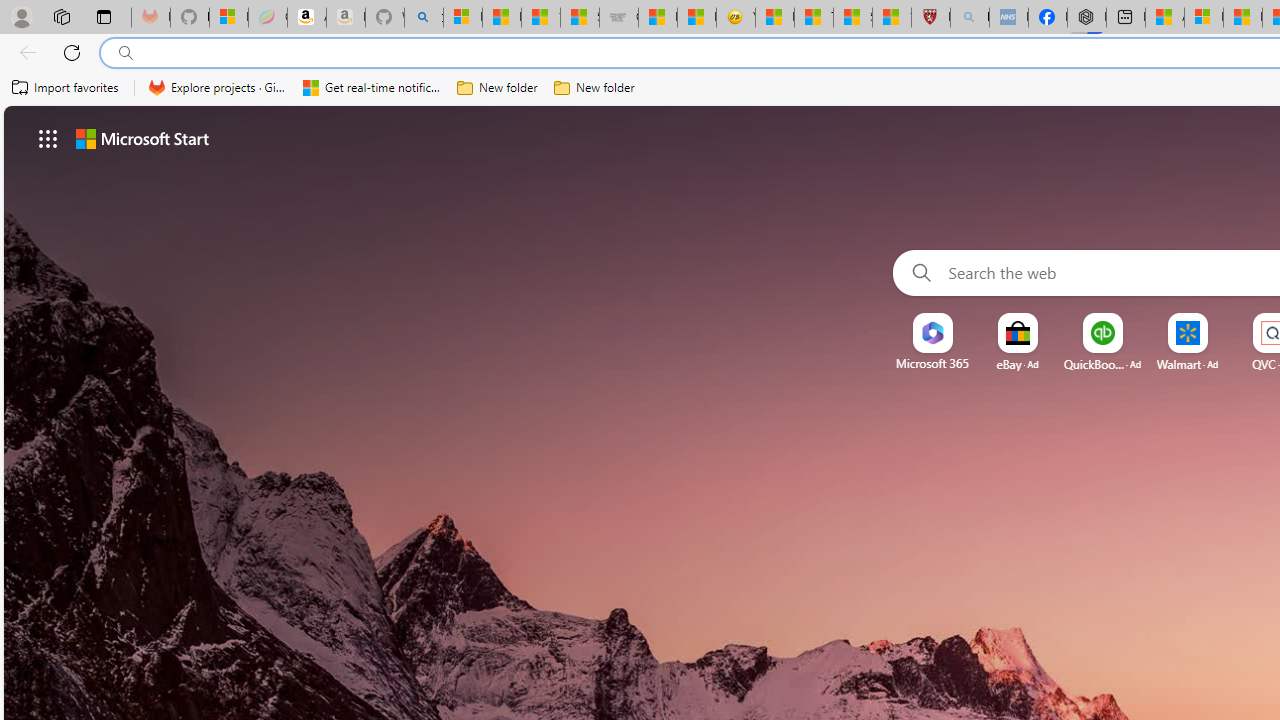  I want to click on 'Robert H. Shmerling, MD - Harvard Health', so click(929, 17).